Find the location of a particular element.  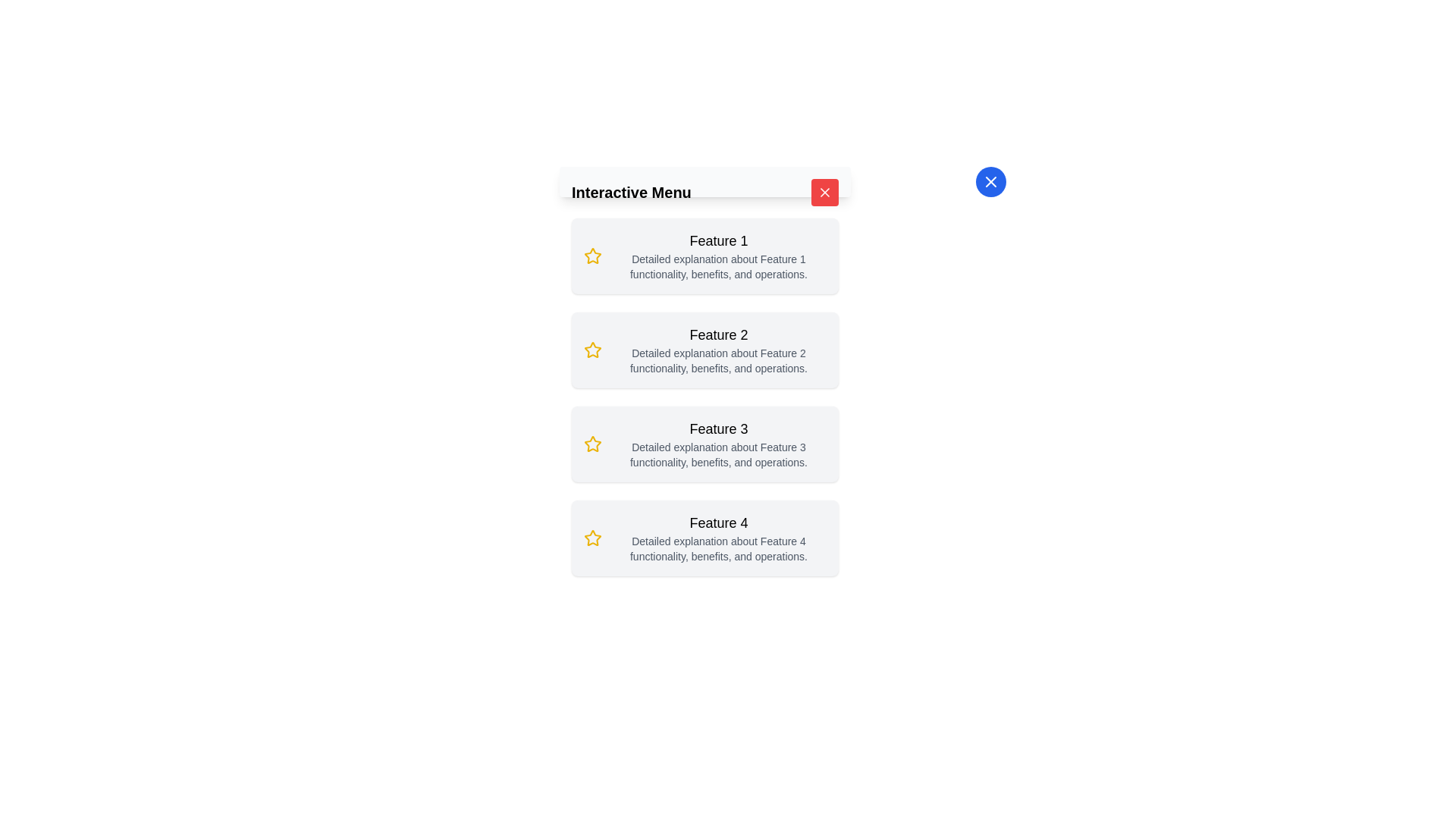

the textual content block titled 'Feature 1', which contains a description about its functionality and is the first entry in the 'Interactive Menu' interface is located at coordinates (718, 256).